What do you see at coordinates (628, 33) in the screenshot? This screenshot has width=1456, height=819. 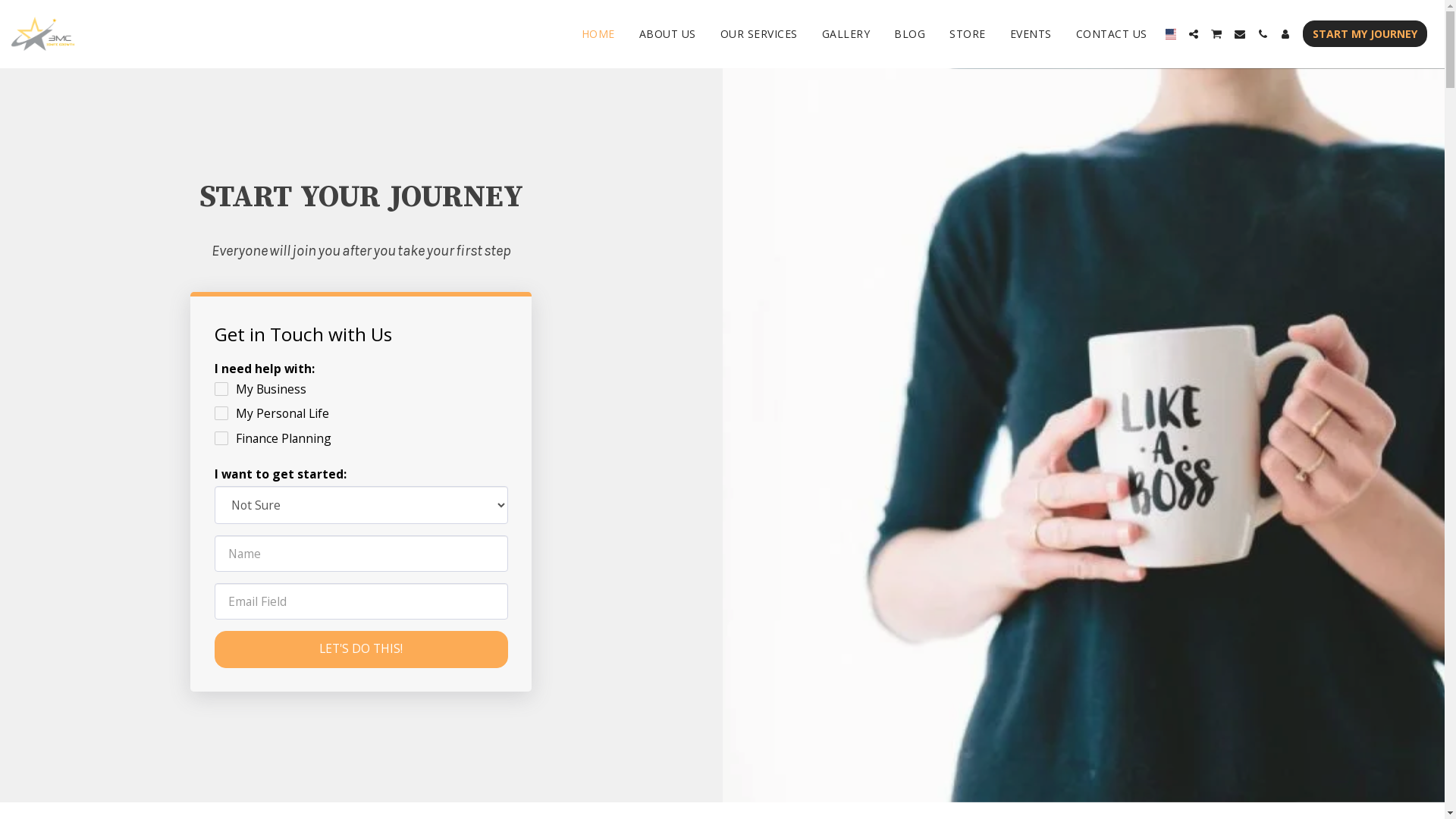 I see `'ABOUT US'` at bounding box center [628, 33].